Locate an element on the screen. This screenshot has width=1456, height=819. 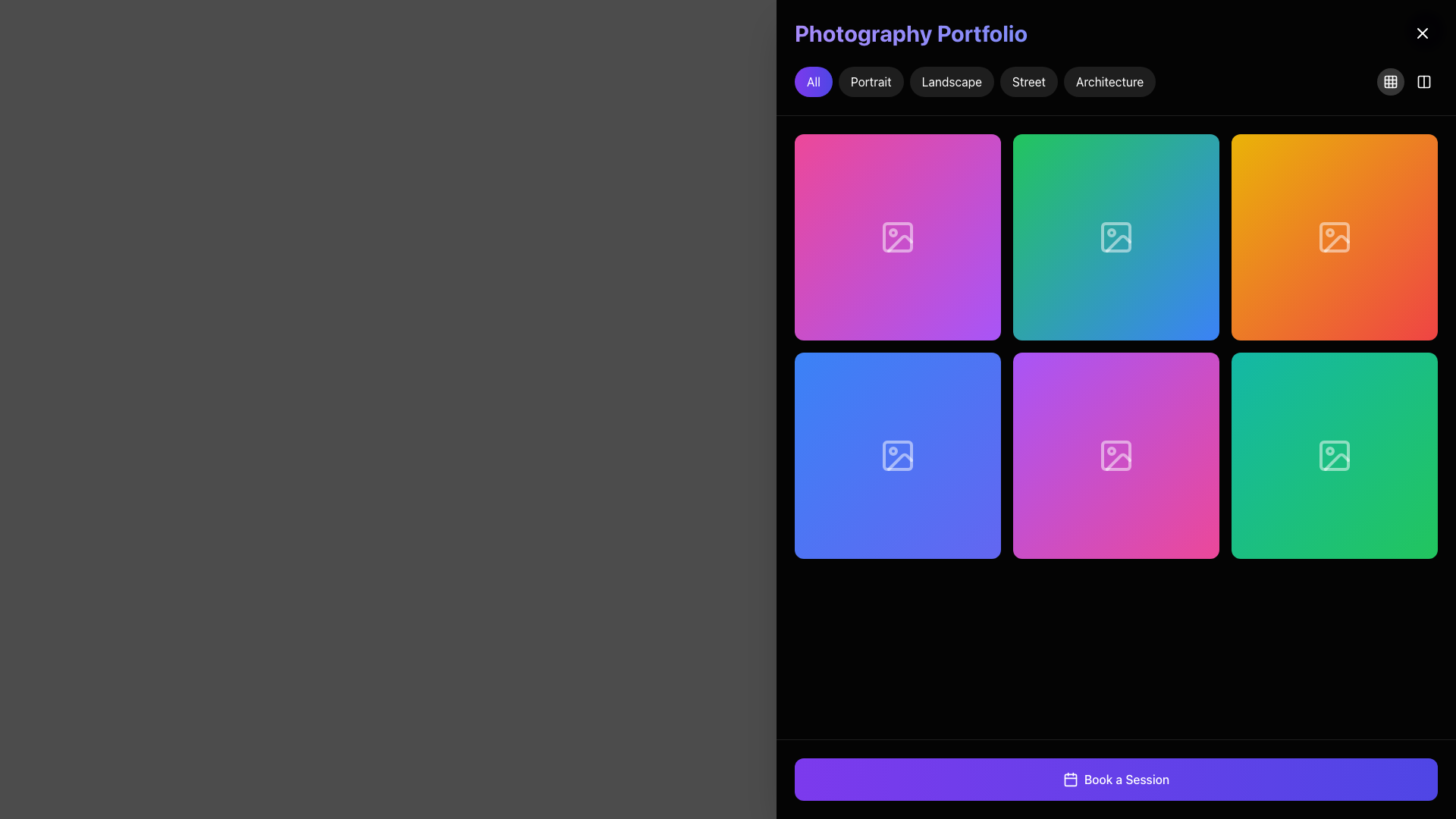
the SVG image placeholder icon, which is styled with a square outline and placed within a green rectangular tile is located at coordinates (1335, 455).